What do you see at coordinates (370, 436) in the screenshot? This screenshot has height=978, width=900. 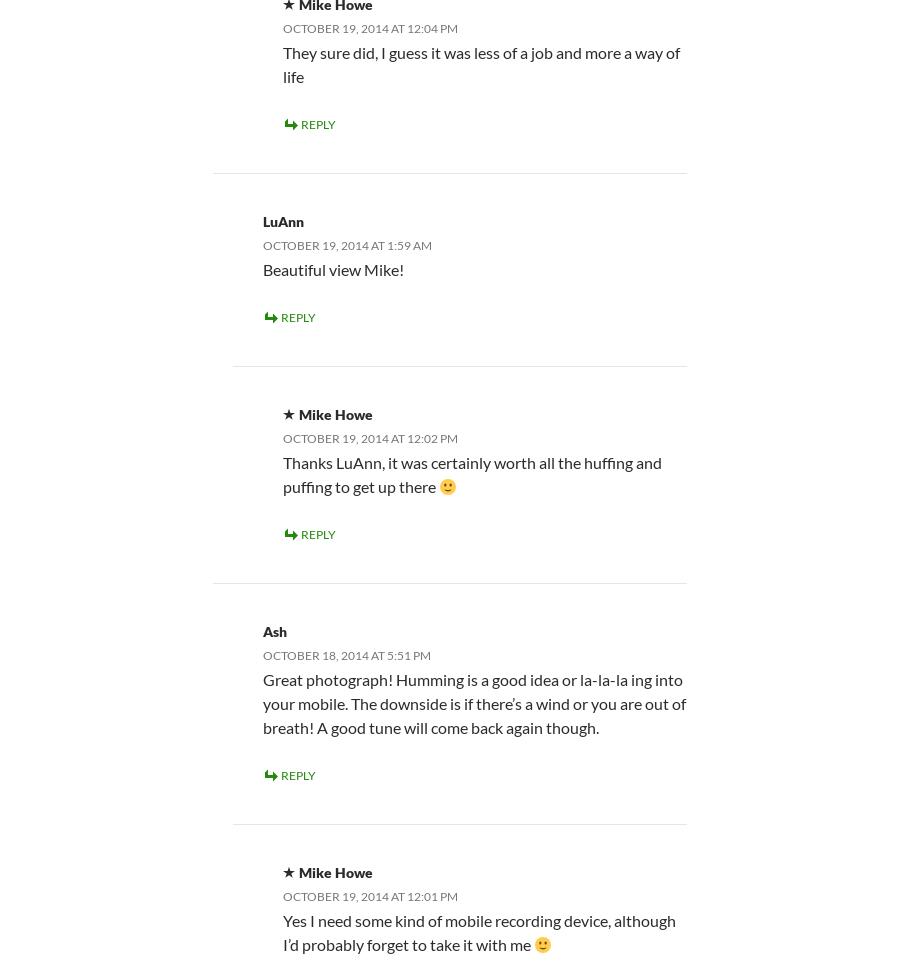 I see `'October 19, 2014 at 12:02 pm'` at bounding box center [370, 436].